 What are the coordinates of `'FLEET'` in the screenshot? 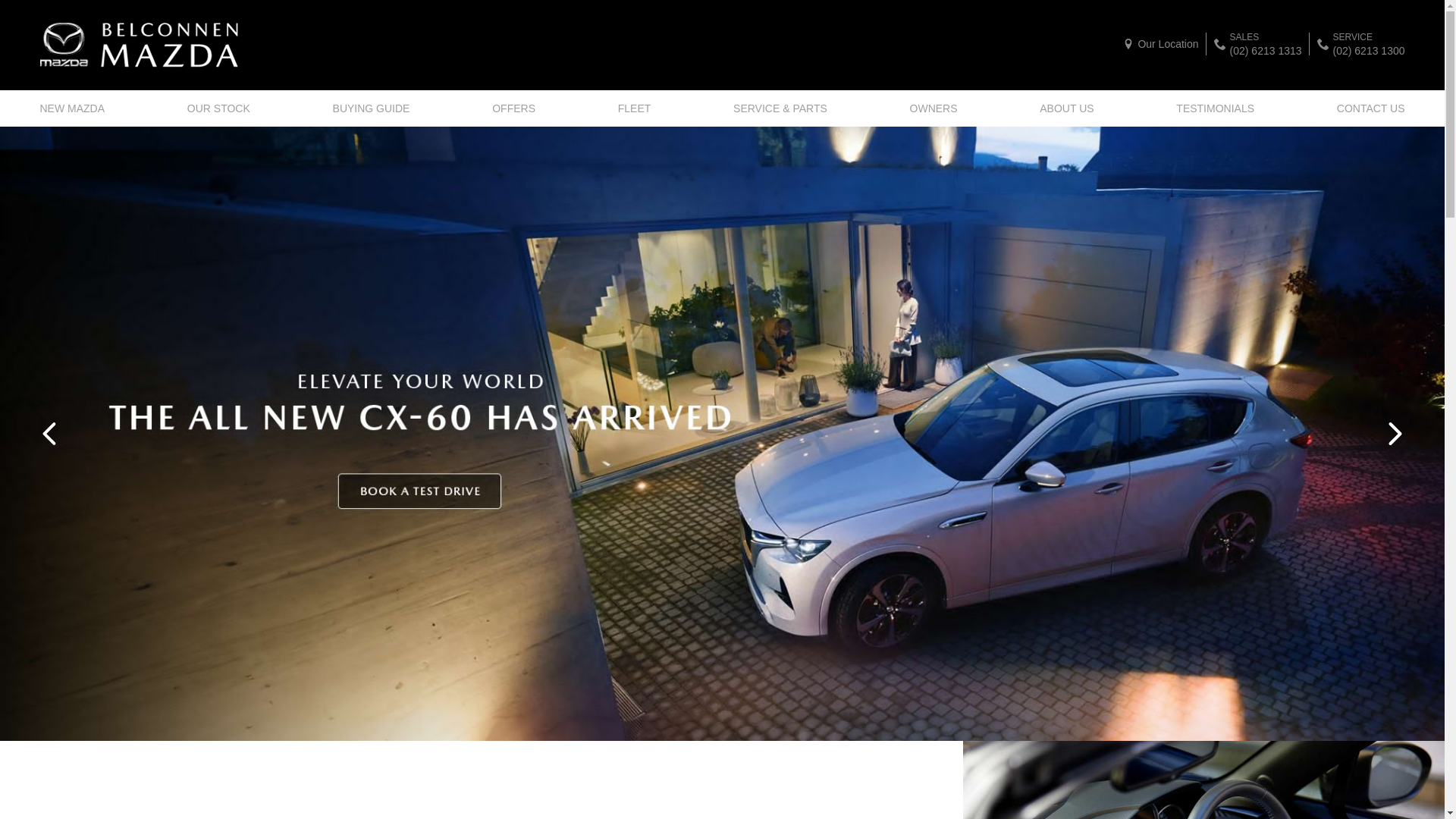 It's located at (634, 107).